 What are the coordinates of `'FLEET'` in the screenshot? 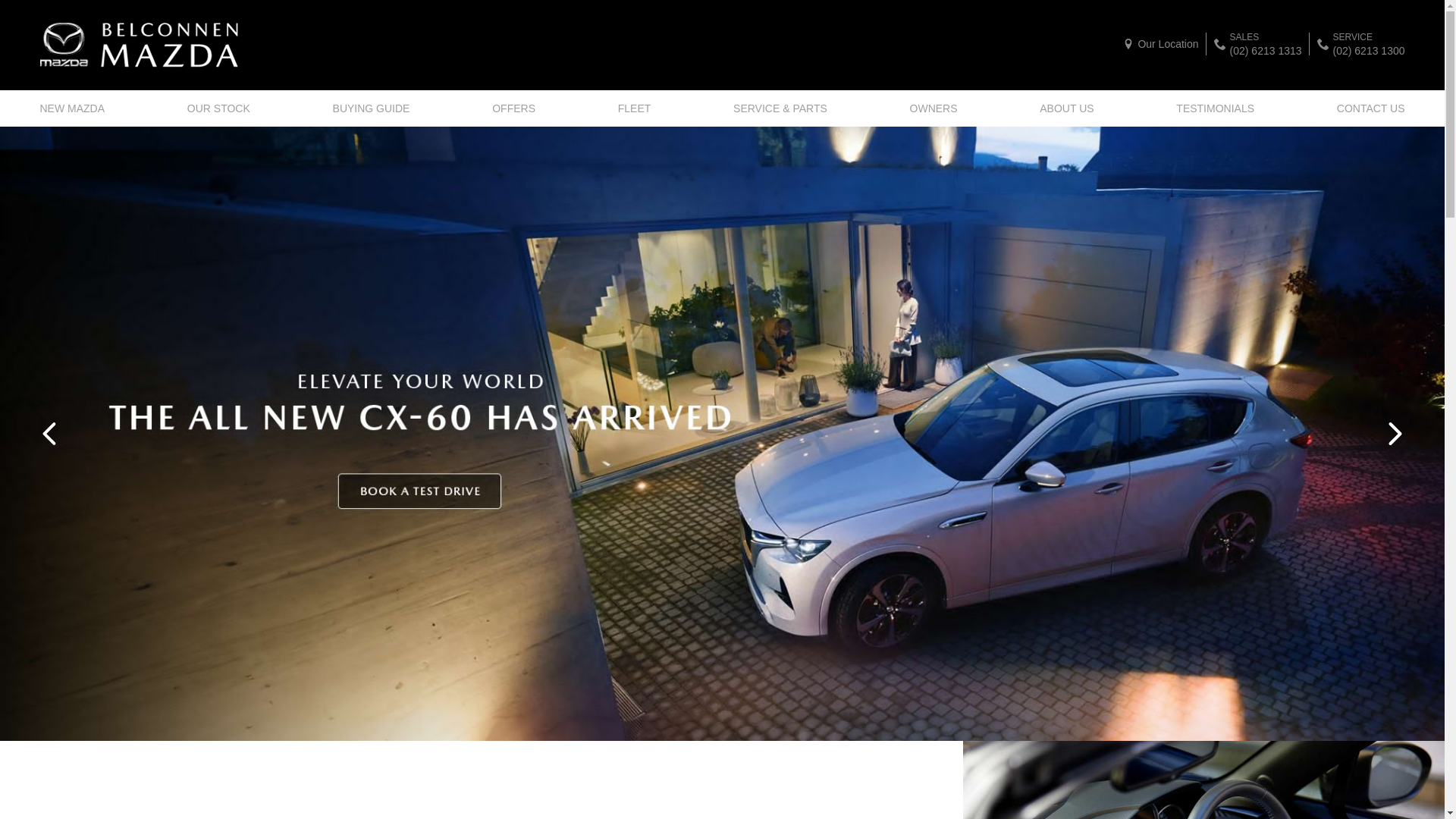 It's located at (634, 107).